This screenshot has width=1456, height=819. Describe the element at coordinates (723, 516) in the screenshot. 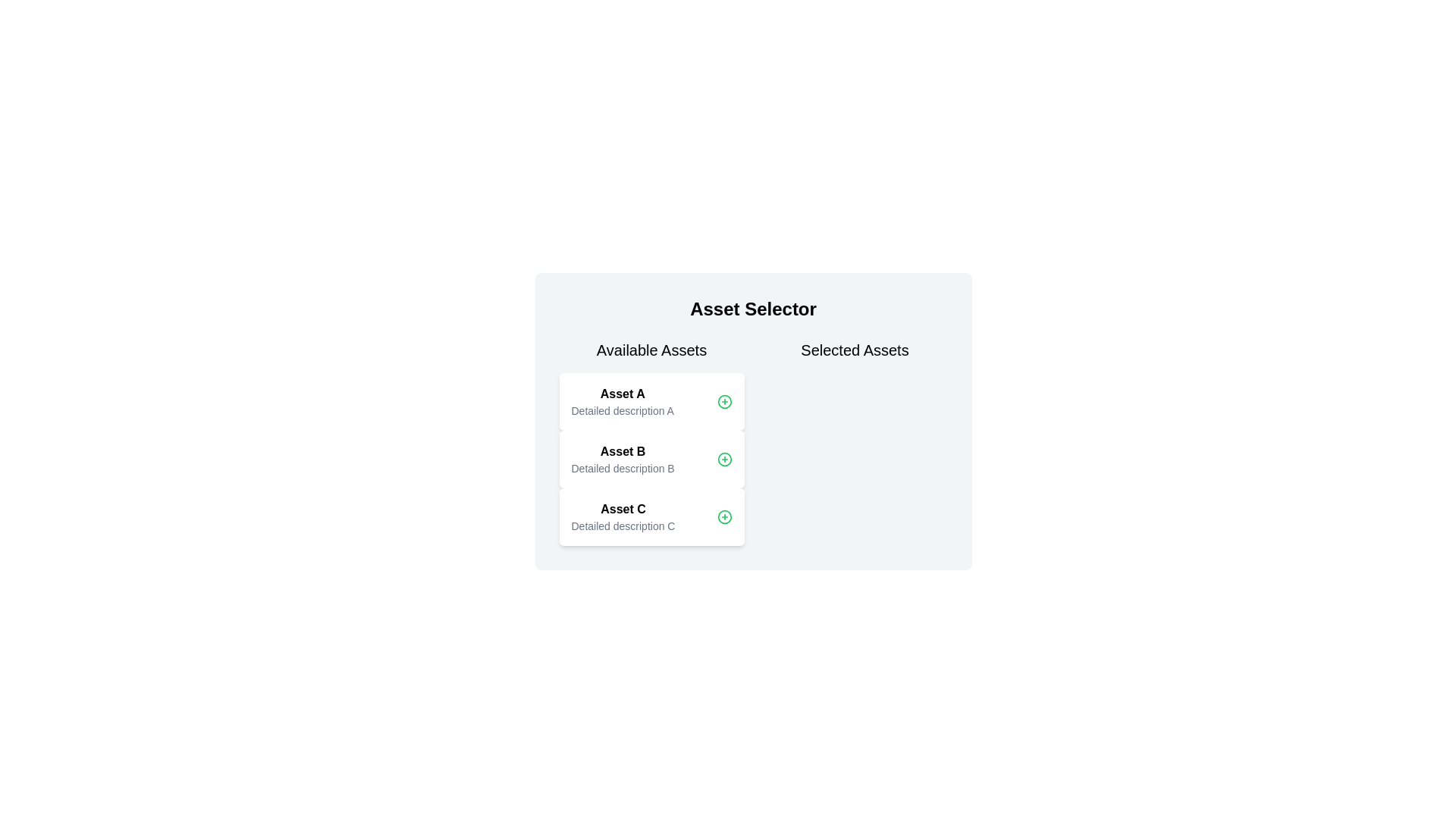

I see `the interactive button` at that location.